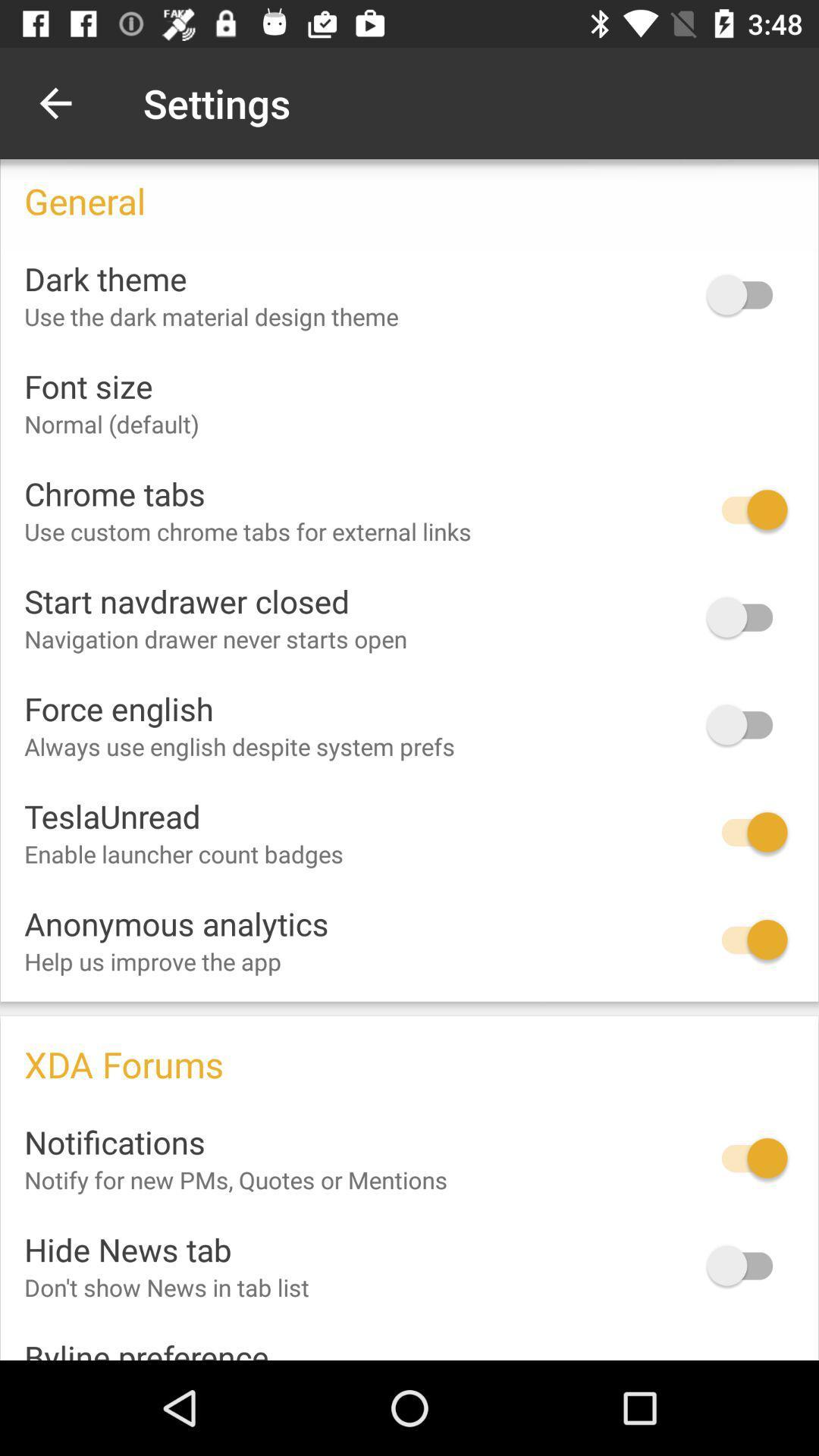  Describe the element at coordinates (55, 102) in the screenshot. I see `icon to the left of the settings item` at that location.